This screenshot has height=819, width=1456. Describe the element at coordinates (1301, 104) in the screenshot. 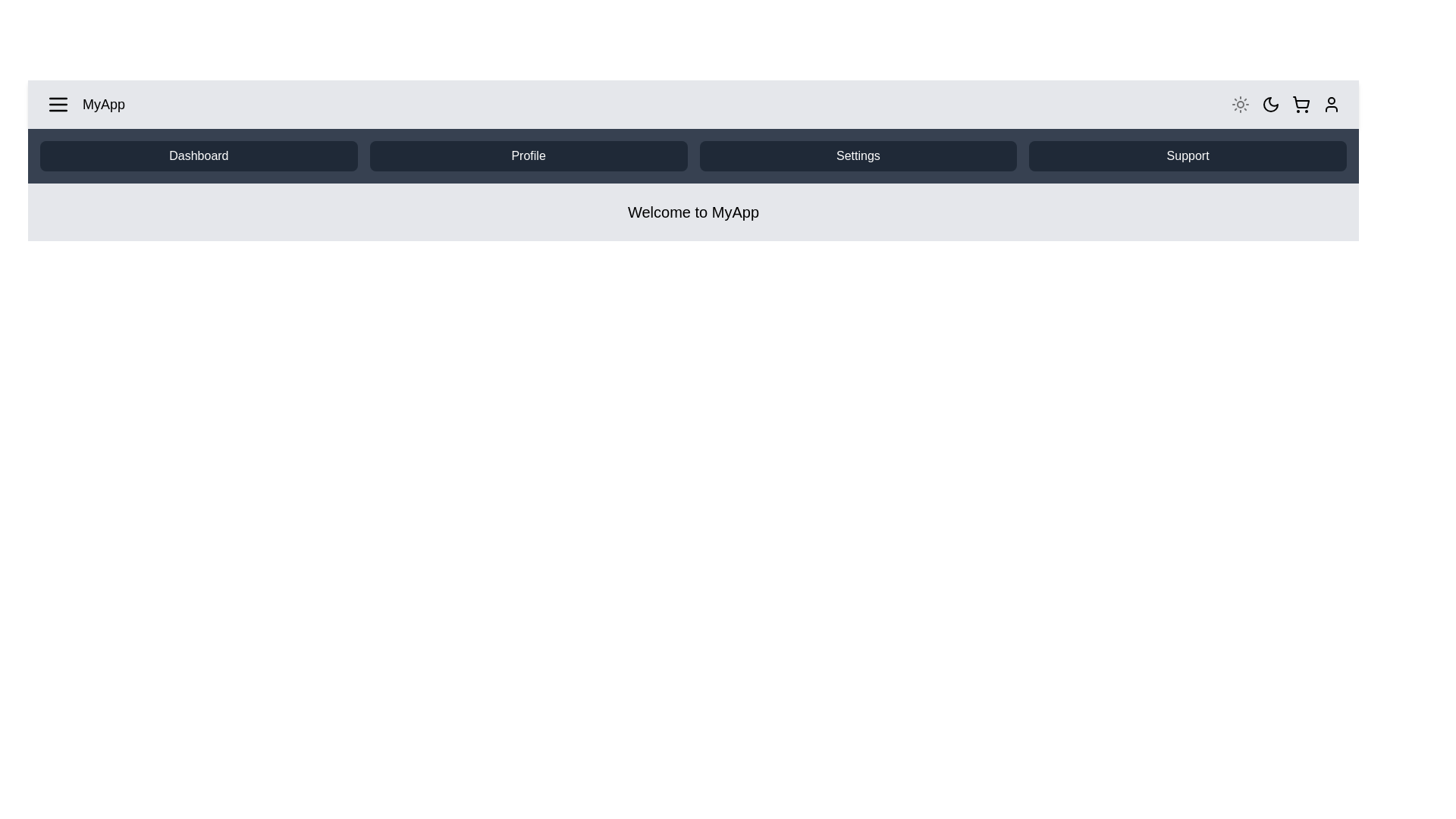

I see `the shopping cart icon in the app bar` at that location.